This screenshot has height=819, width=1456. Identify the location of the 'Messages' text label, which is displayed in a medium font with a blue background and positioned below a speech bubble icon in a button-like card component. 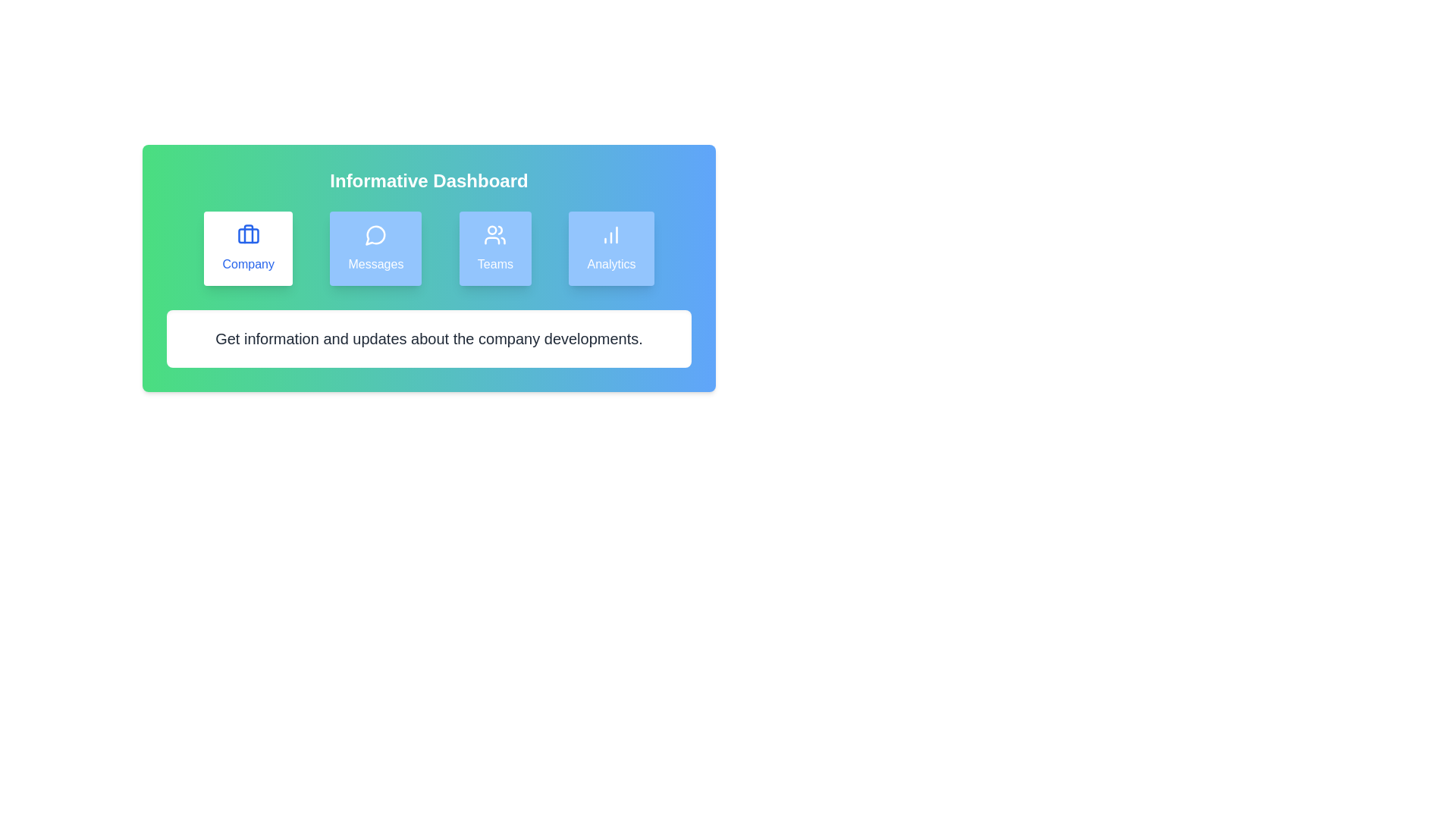
(375, 263).